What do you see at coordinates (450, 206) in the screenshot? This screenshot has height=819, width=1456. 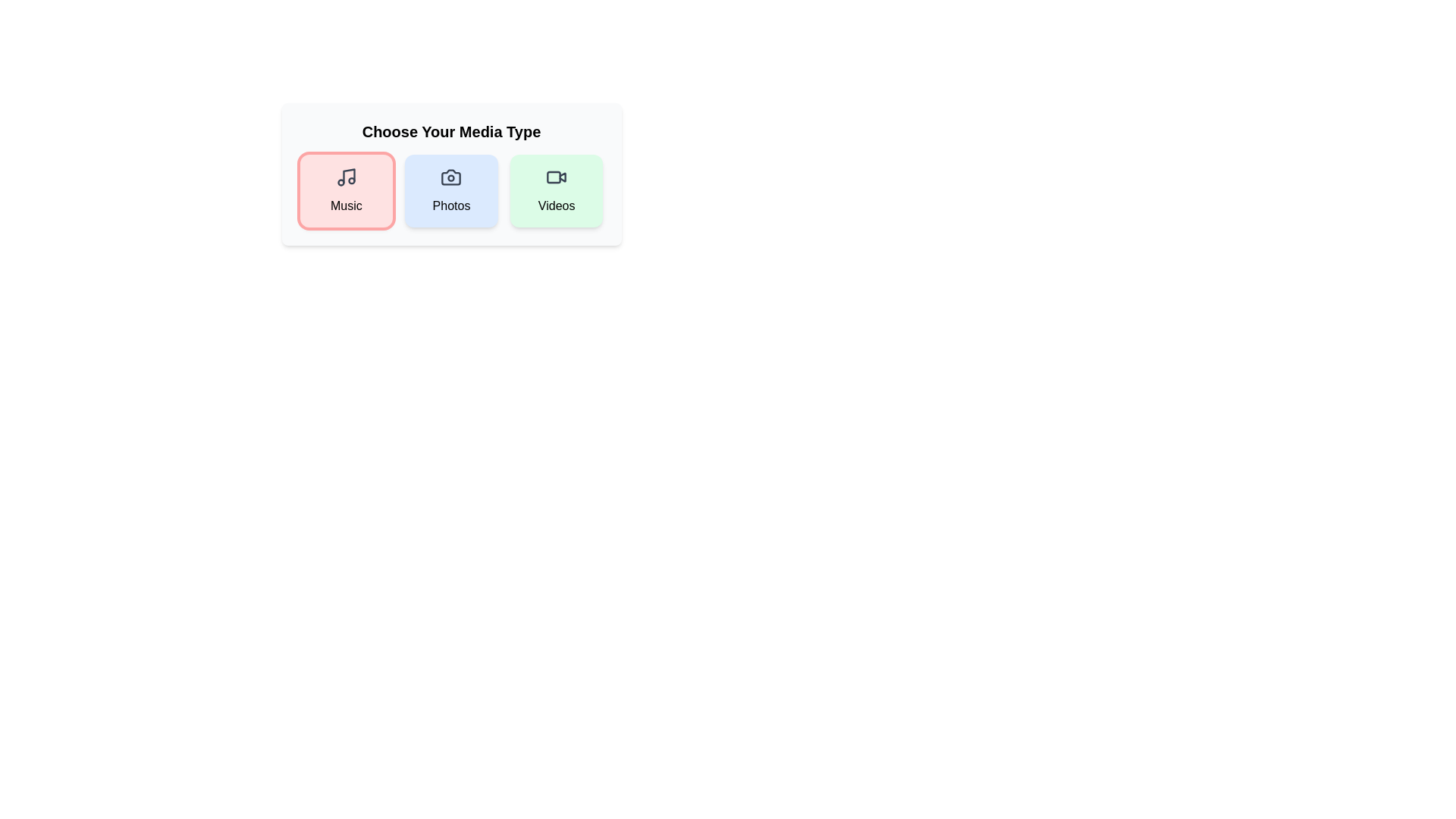 I see `the 'Photos' label, which indicates the section related to photos and is positioned in the center card of a three-card layout` at bounding box center [450, 206].